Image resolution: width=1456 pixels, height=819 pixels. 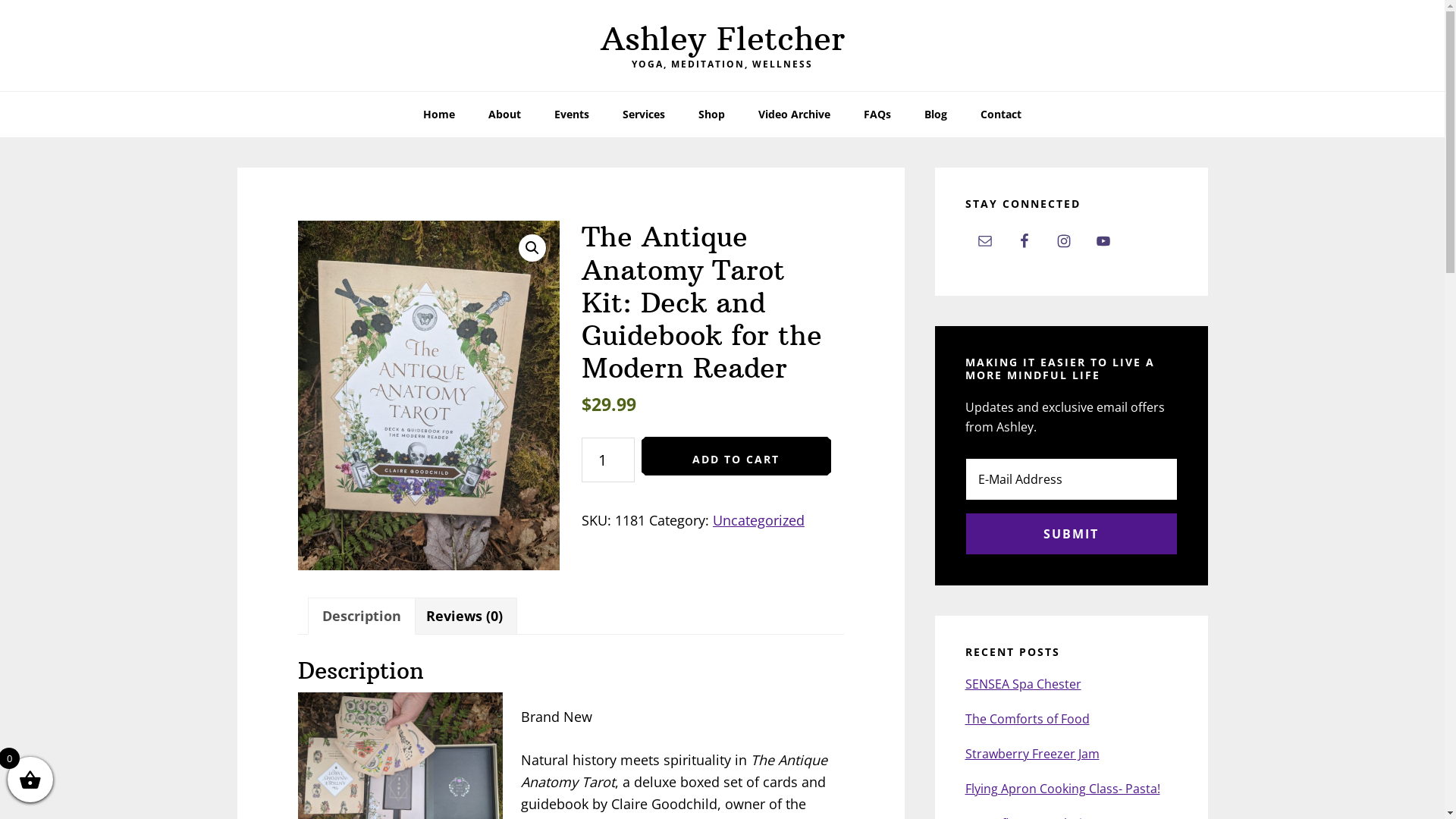 What do you see at coordinates (847, 113) in the screenshot?
I see `'FAQs'` at bounding box center [847, 113].